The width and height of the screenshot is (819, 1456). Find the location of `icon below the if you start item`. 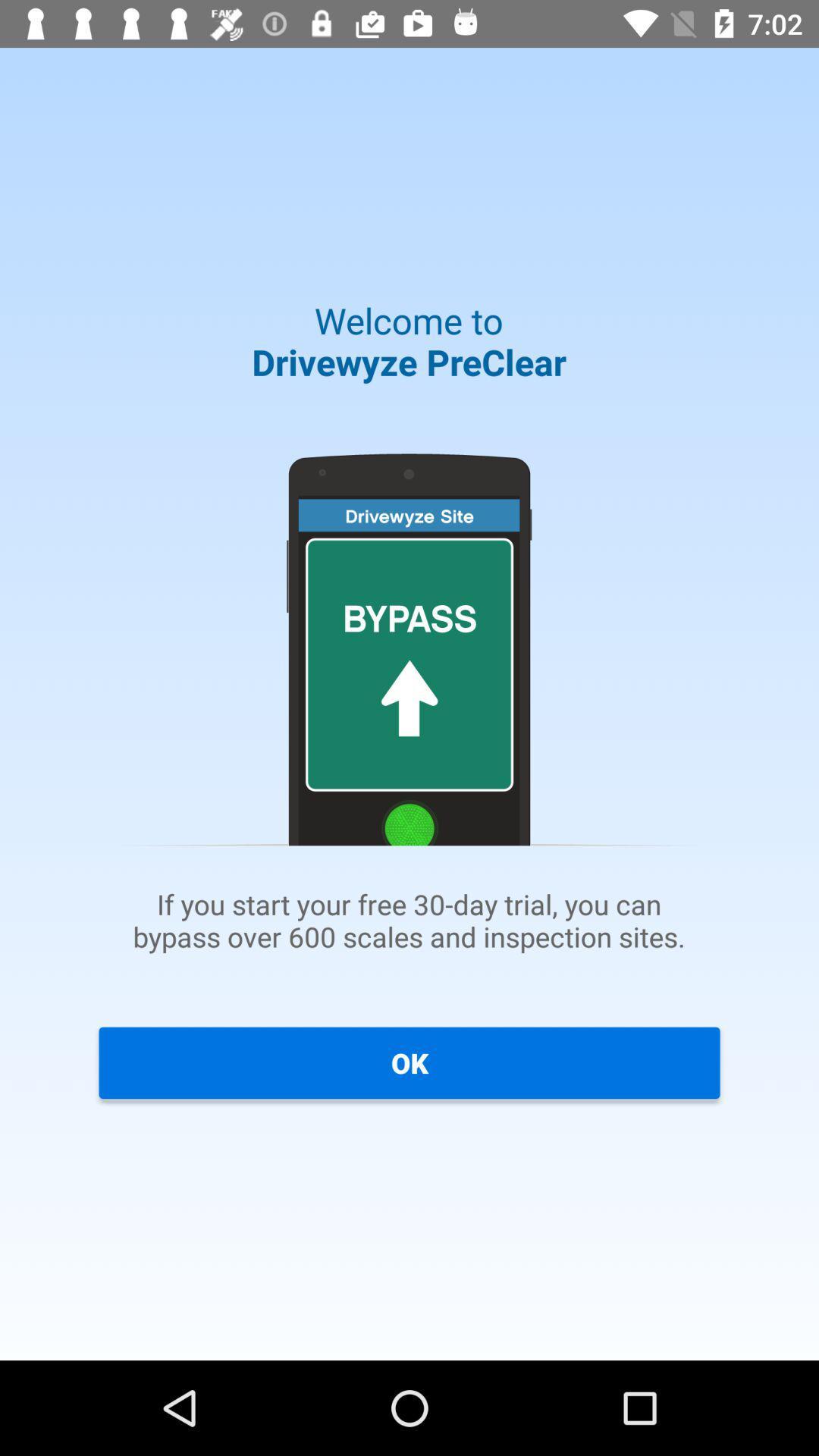

icon below the if you start item is located at coordinates (409, 1062).